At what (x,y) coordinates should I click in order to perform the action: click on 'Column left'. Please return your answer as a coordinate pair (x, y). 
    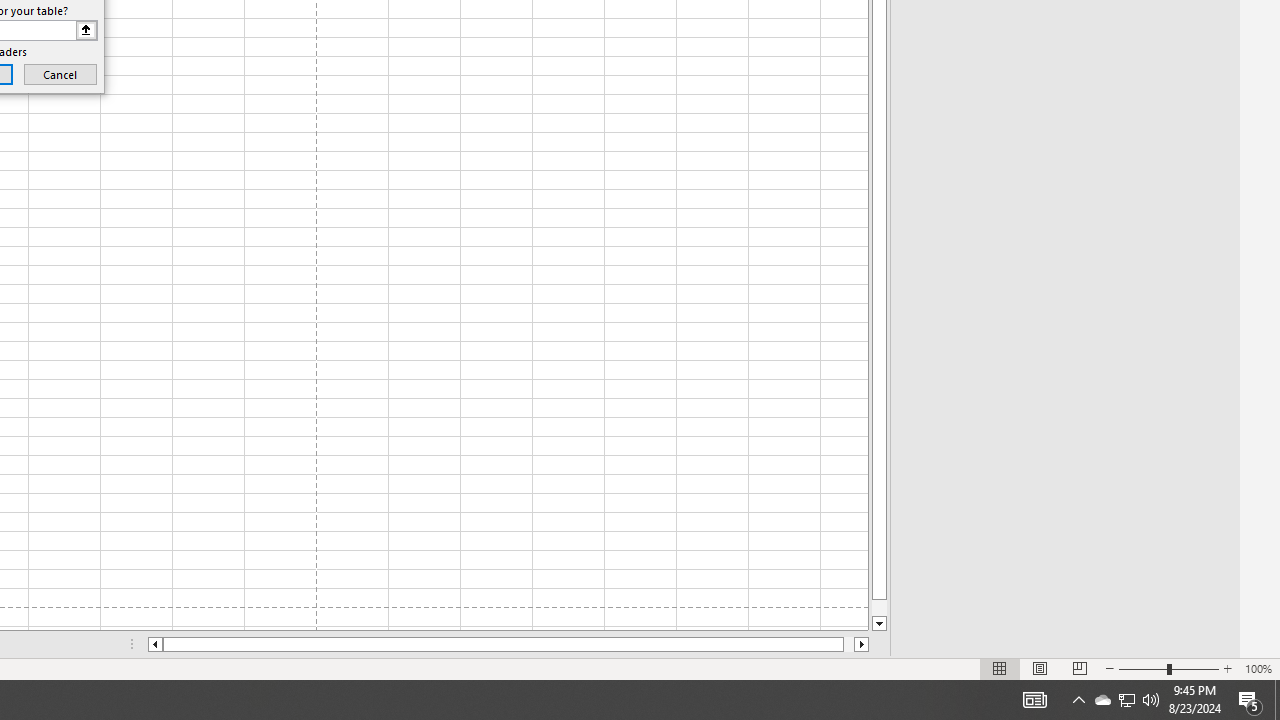
    Looking at the image, I should click on (153, 644).